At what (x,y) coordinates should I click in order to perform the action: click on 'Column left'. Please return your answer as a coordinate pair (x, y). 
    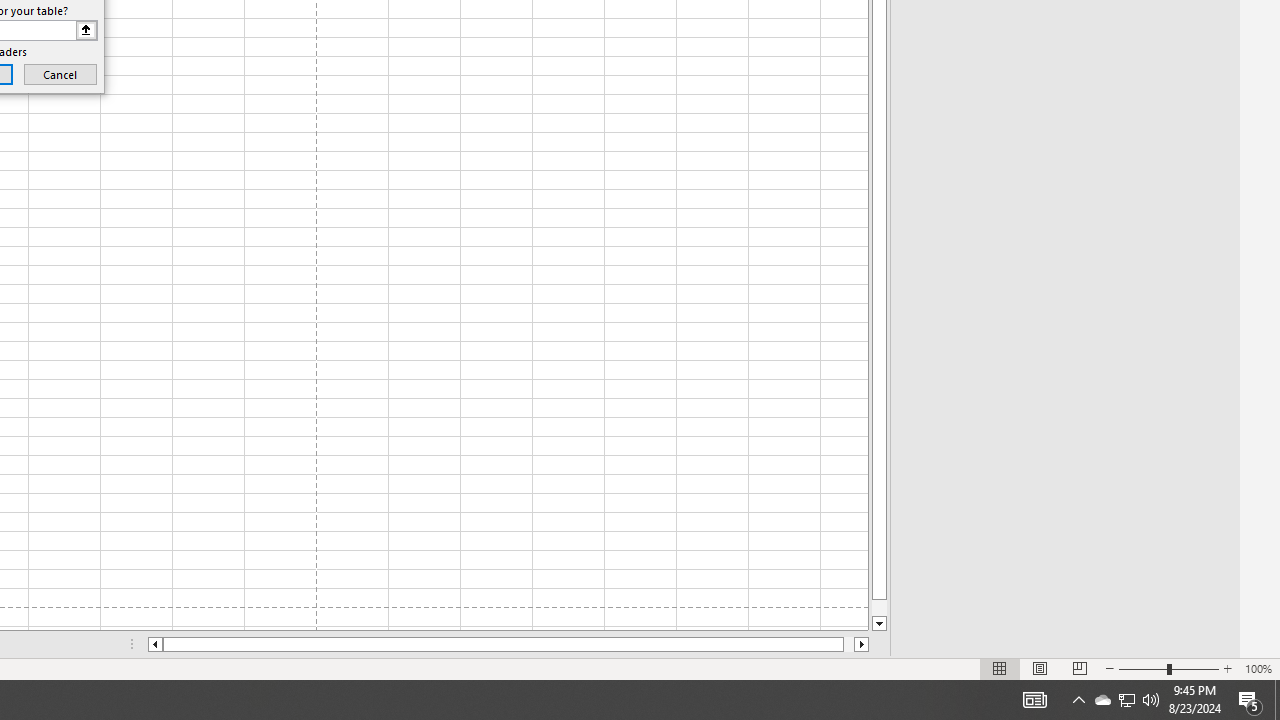
    Looking at the image, I should click on (153, 644).